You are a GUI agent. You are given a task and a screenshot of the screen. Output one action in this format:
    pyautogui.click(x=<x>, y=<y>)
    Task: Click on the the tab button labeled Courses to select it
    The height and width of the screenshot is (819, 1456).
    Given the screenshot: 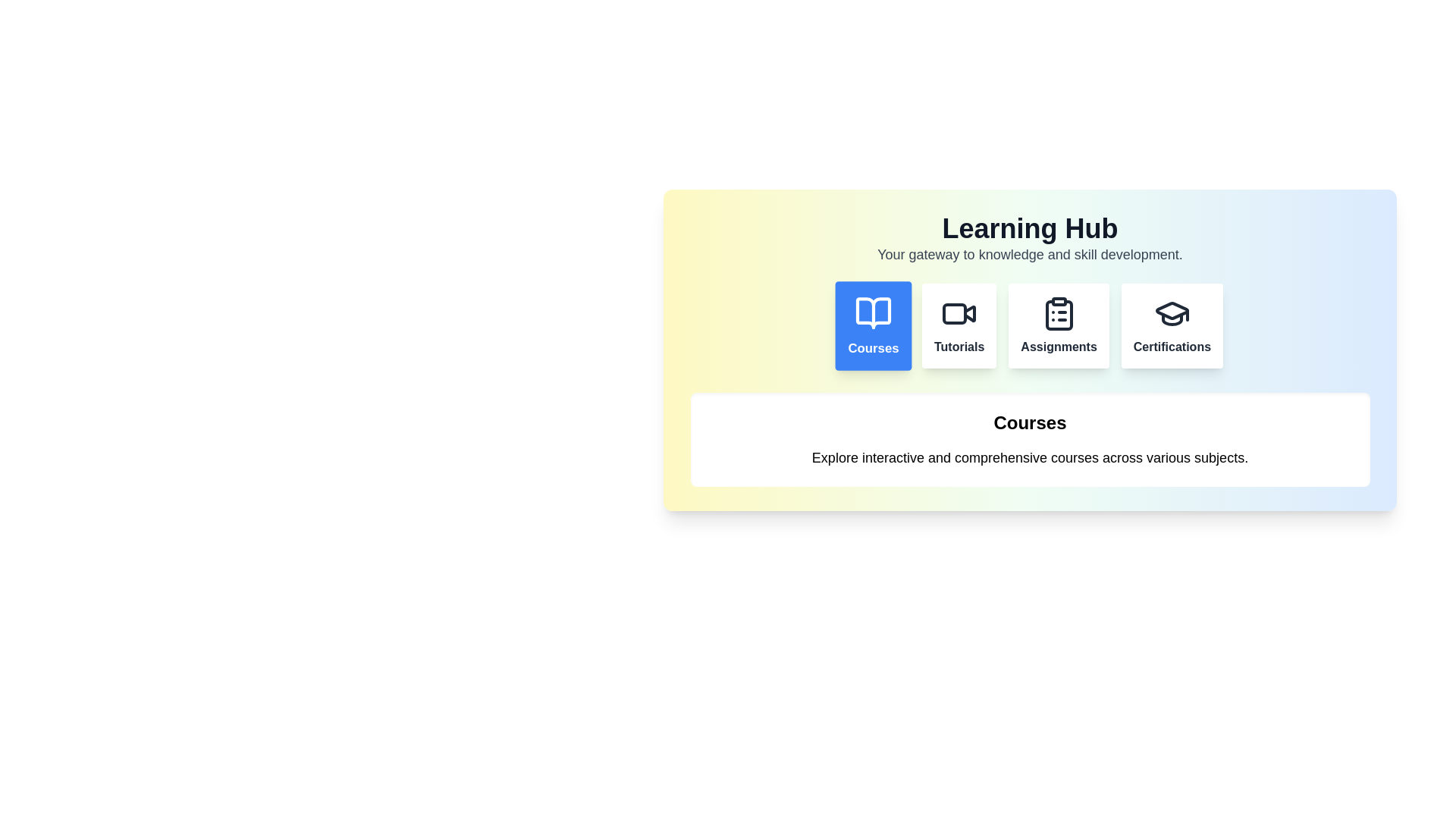 What is the action you would take?
    pyautogui.click(x=874, y=325)
    